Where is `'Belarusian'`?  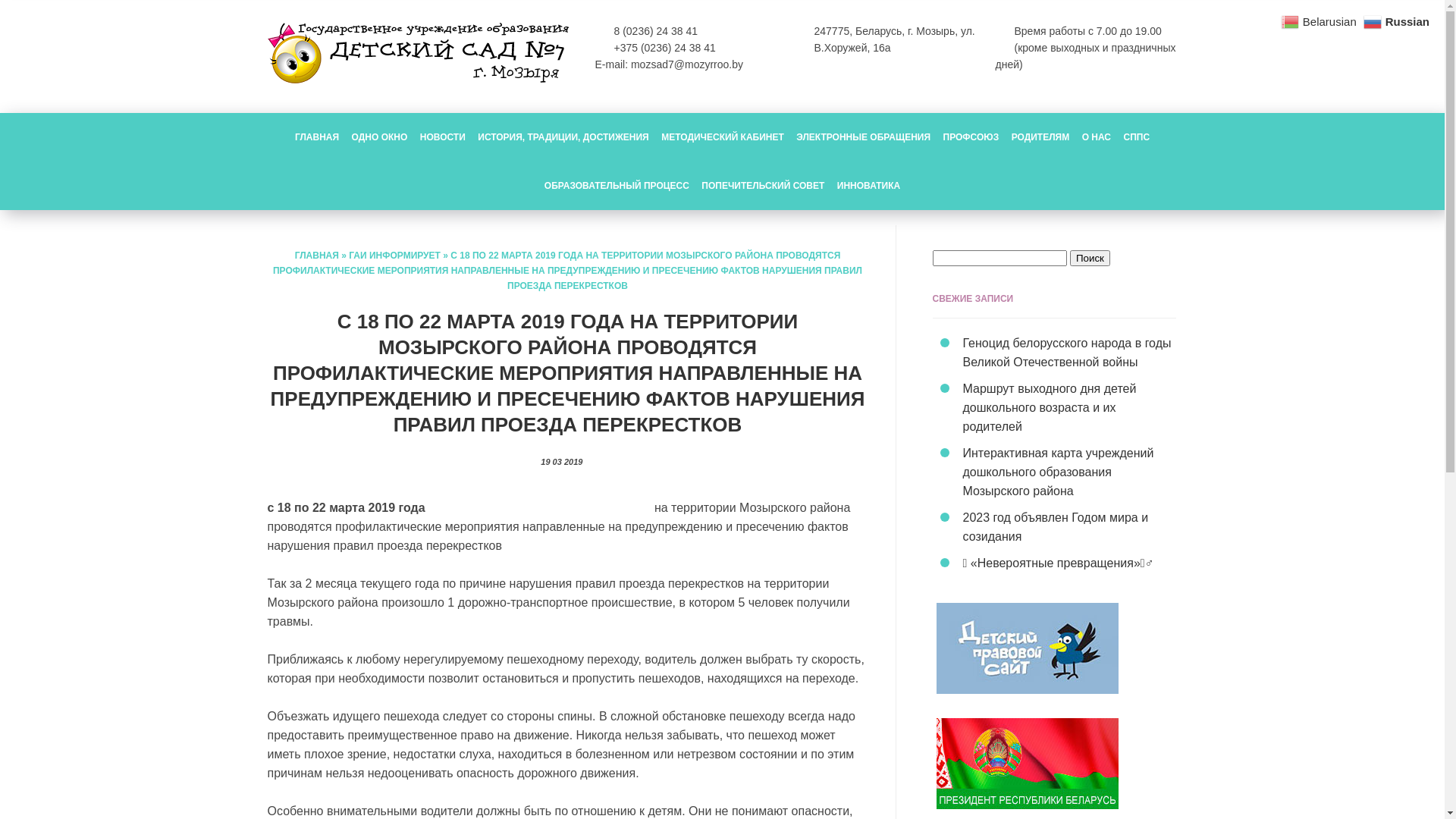 'Belarusian' is located at coordinates (1319, 20).